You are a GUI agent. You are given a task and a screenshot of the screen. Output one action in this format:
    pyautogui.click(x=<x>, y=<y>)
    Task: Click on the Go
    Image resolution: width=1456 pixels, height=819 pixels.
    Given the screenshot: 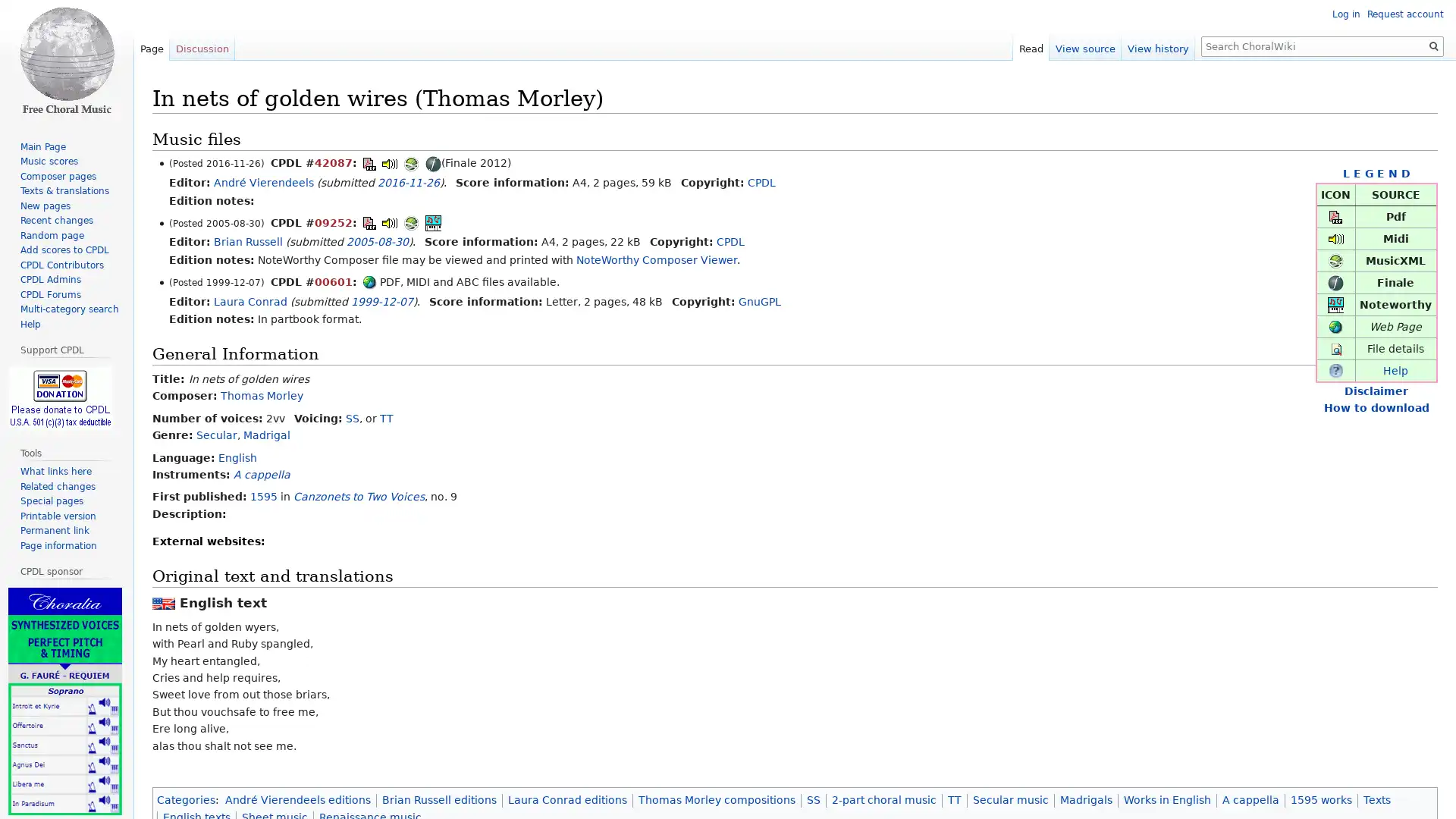 What is the action you would take?
    pyautogui.click(x=1433, y=45)
    